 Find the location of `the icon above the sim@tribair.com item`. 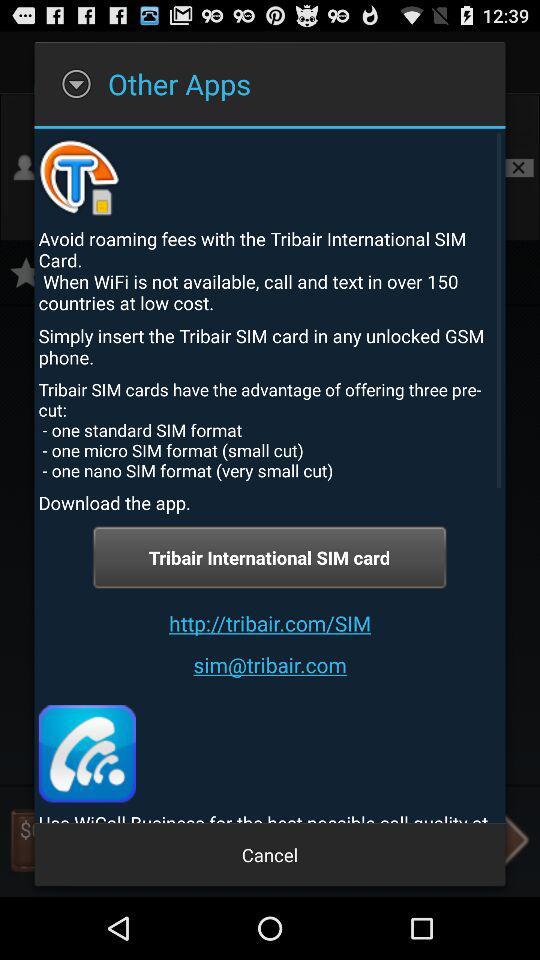

the icon above the sim@tribair.com item is located at coordinates (270, 622).